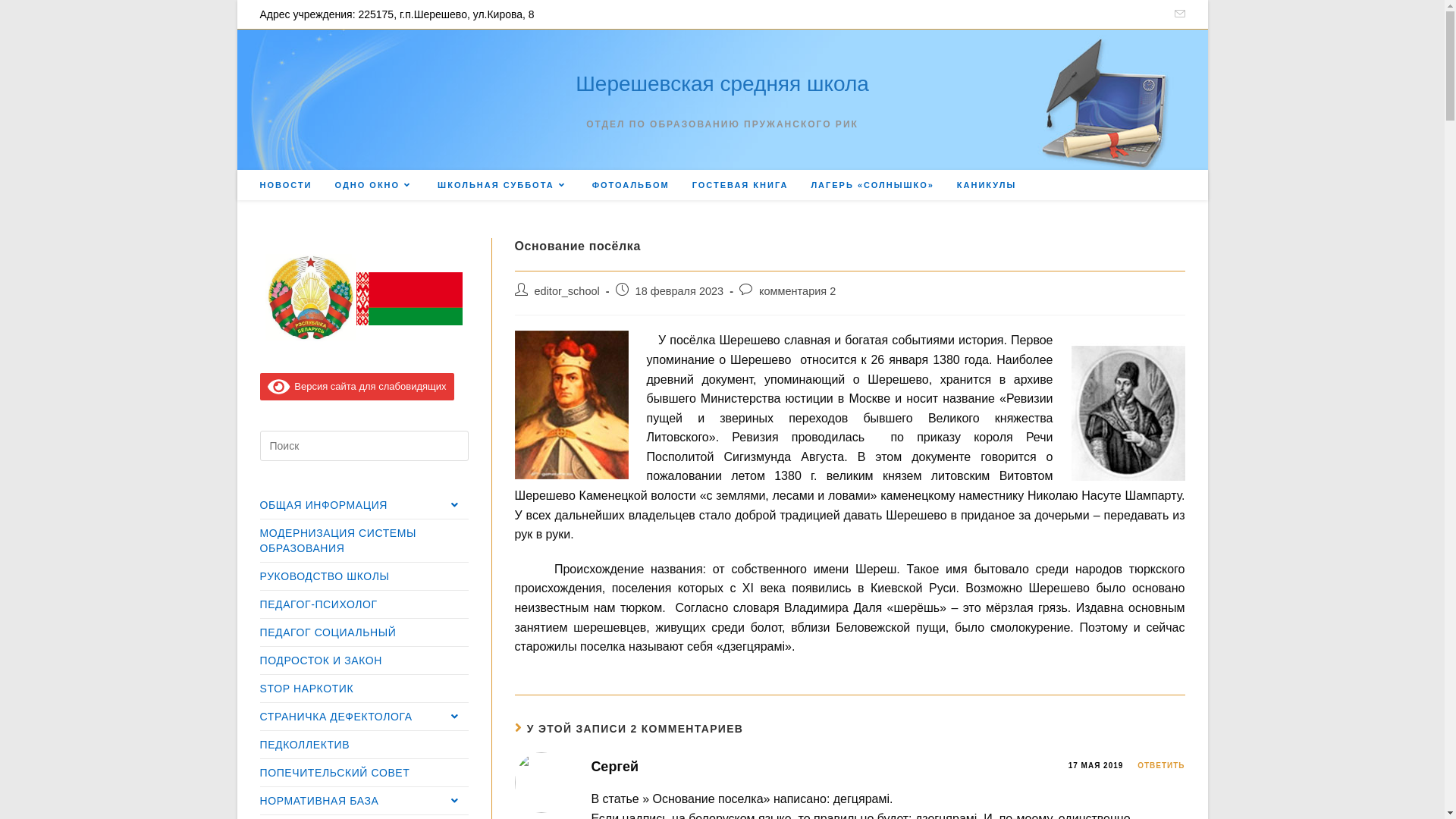 This screenshot has height=819, width=1456. I want to click on 'editor_school', so click(566, 291).